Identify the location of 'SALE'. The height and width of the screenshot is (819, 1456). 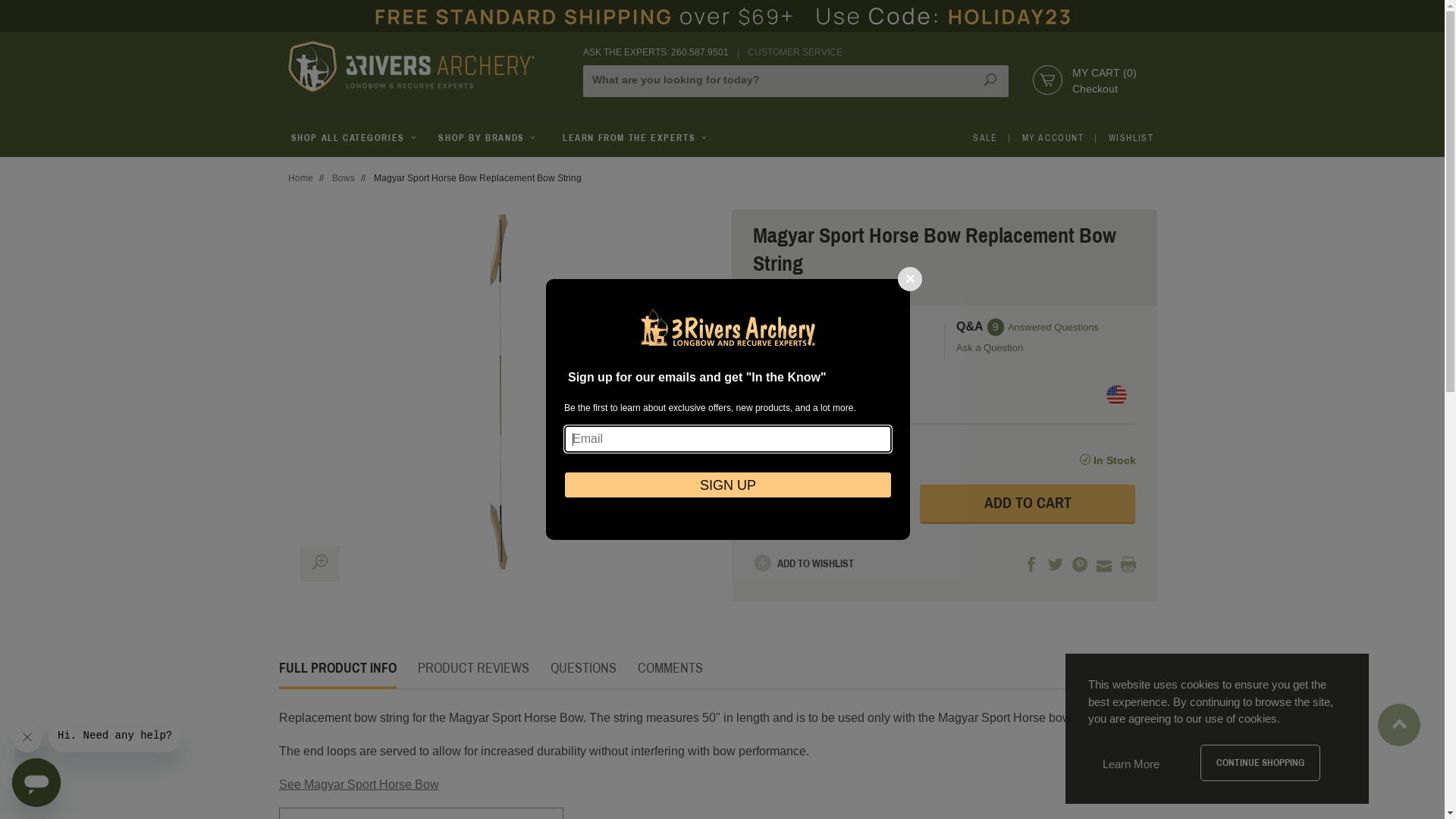
(985, 138).